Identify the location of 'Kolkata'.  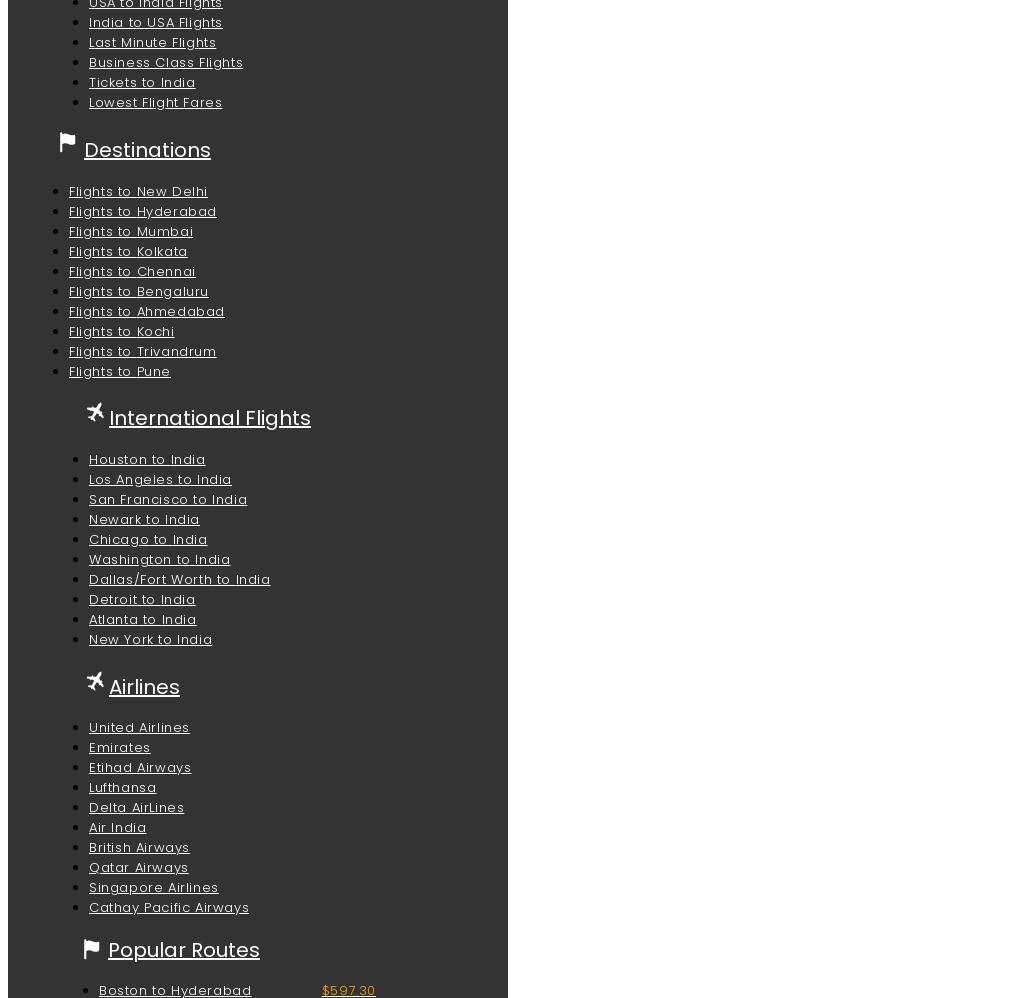
(161, 250).